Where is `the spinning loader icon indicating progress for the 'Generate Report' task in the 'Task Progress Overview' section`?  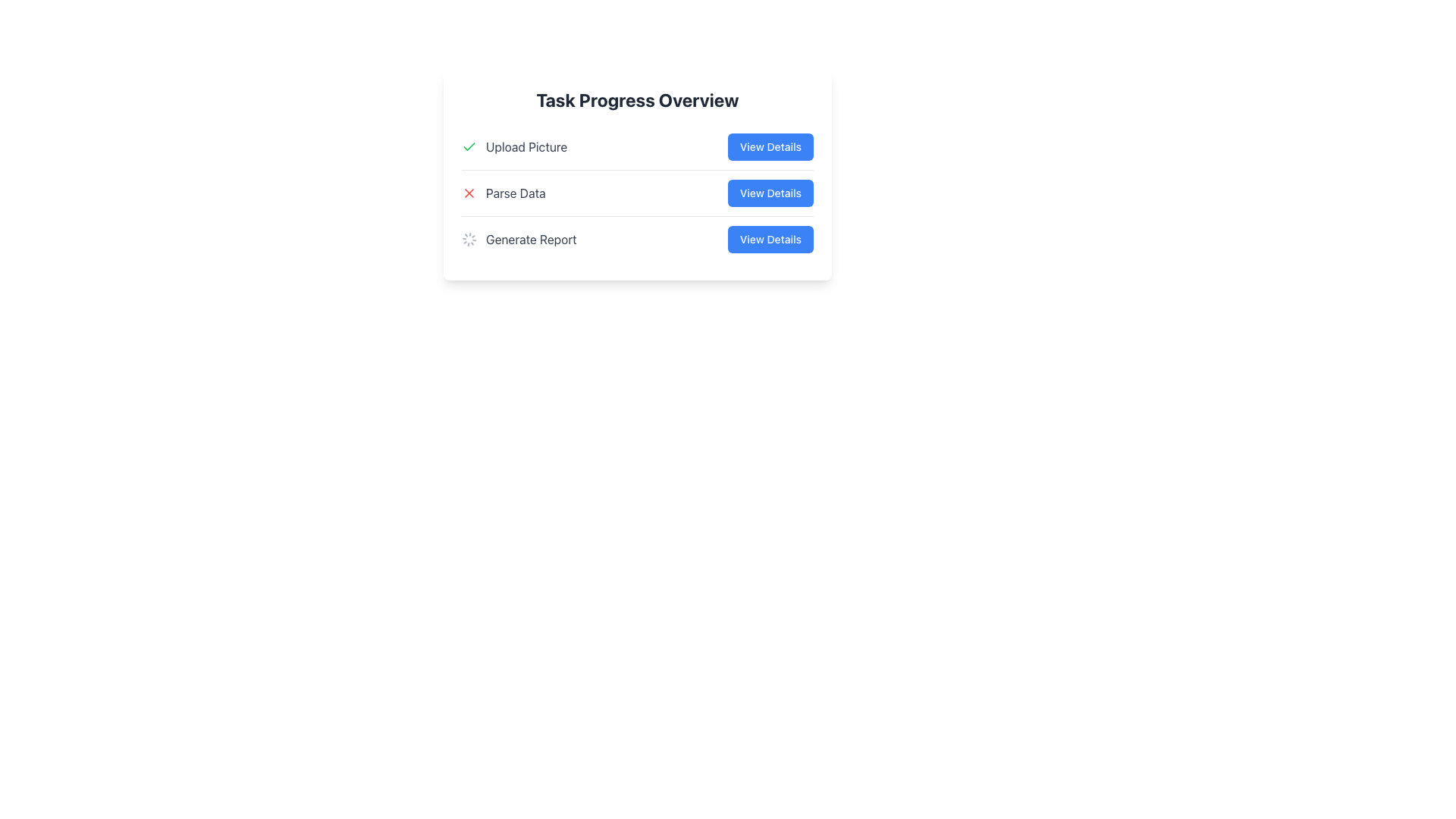 the spinning loader icon indicating progress for the 'Generate Report' task in the 'Task Progress Overview' section is located at coordinates (637, 239).